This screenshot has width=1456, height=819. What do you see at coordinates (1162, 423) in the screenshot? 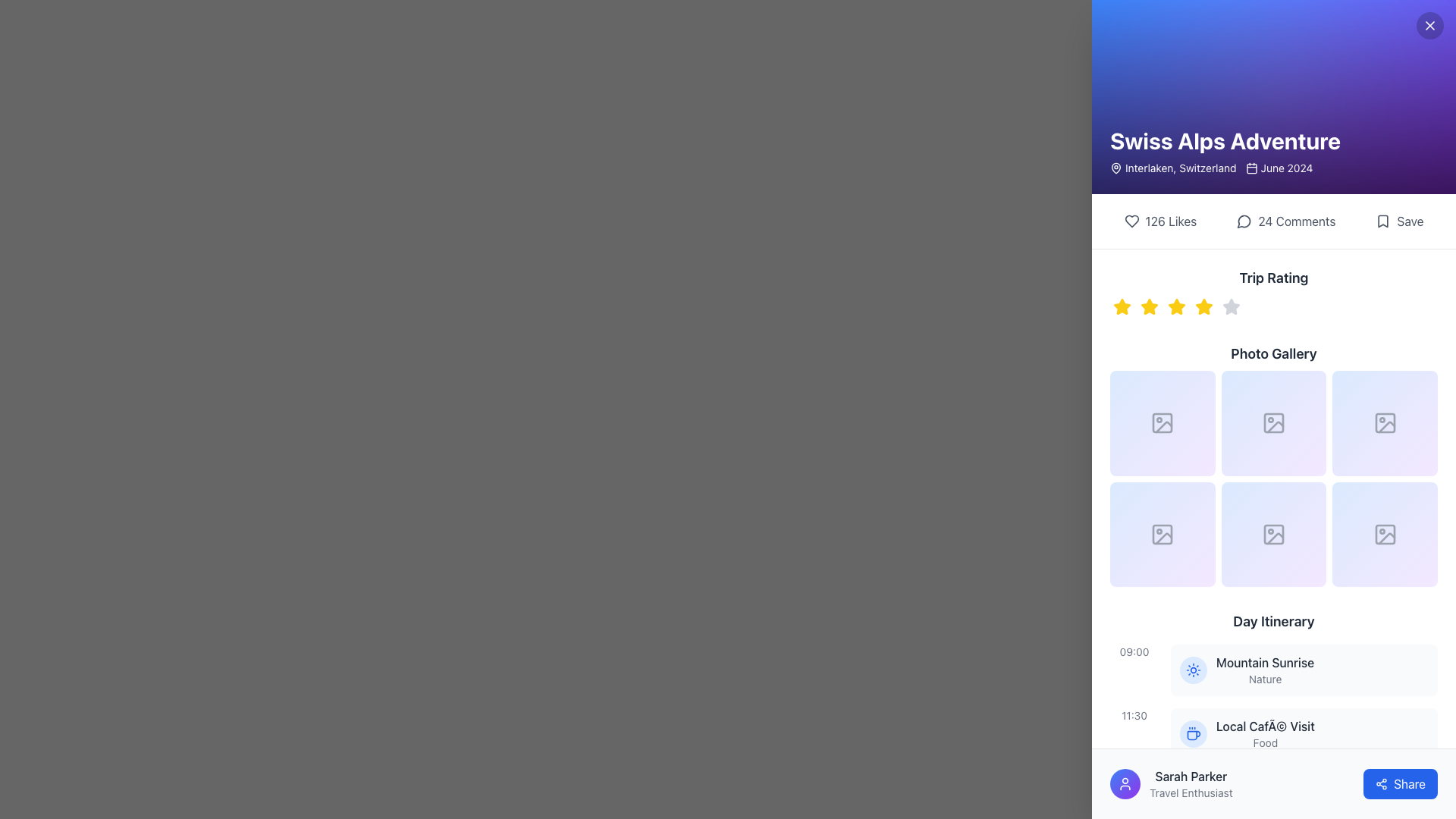
I see `the photo gallery icon located in the first row and second column of the 3x2 grid layout, which serves as a placeholder for an image` at bounding box center [1162, 423].